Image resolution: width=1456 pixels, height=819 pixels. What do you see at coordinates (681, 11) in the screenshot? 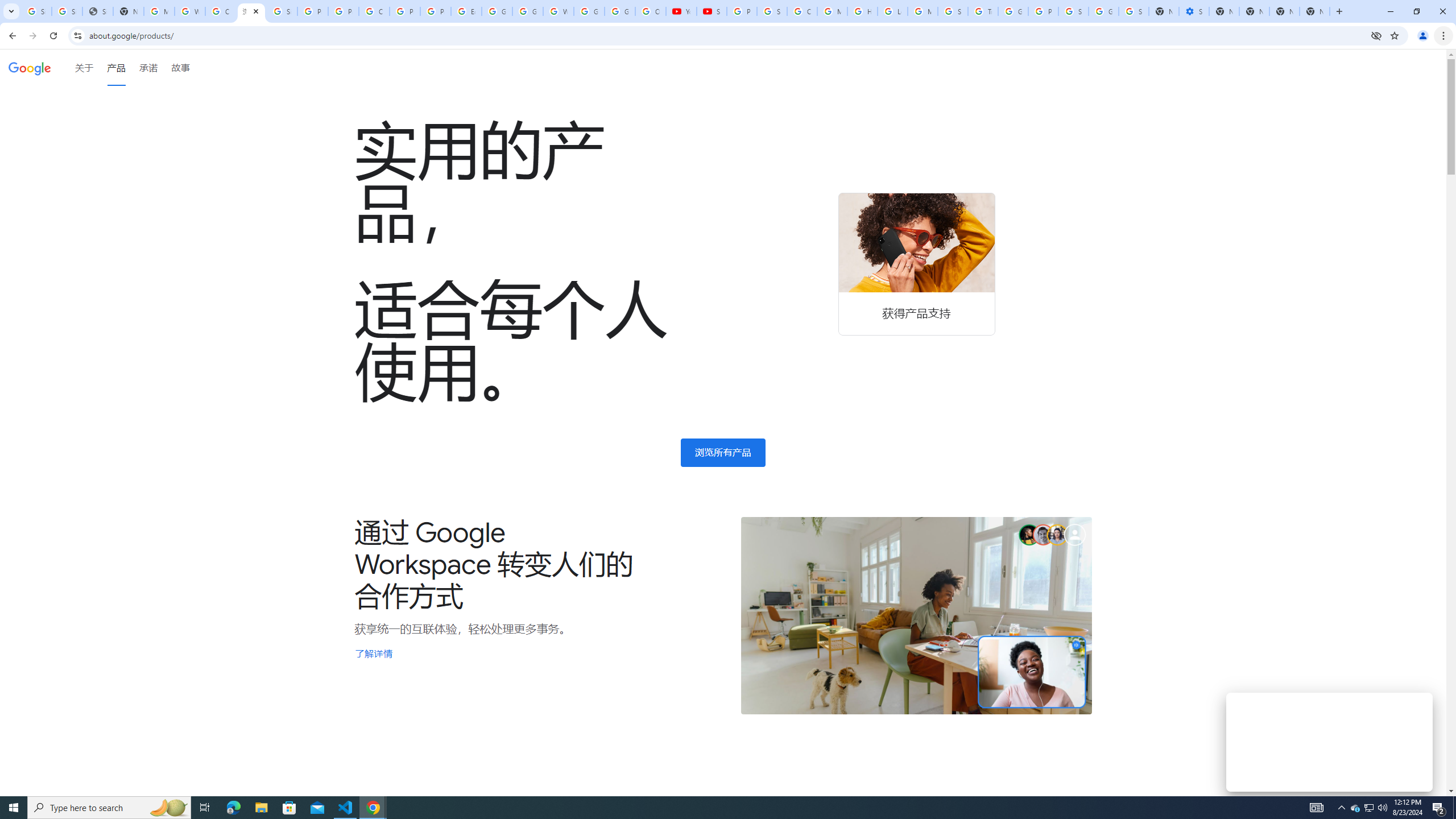
I see `'YouTube'` at bounding box center [681, 11].